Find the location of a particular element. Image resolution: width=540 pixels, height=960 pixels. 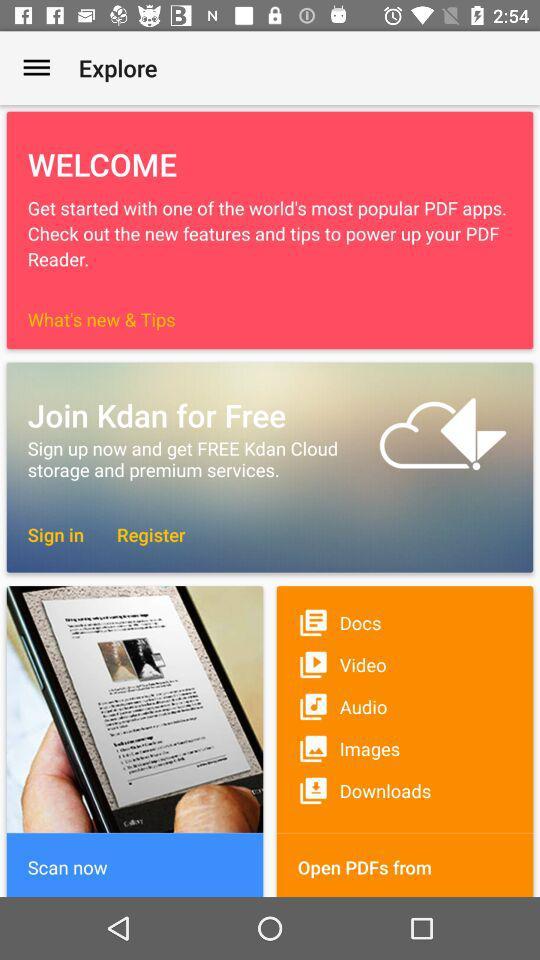

the downloads item is located at coordinates (405, 790).